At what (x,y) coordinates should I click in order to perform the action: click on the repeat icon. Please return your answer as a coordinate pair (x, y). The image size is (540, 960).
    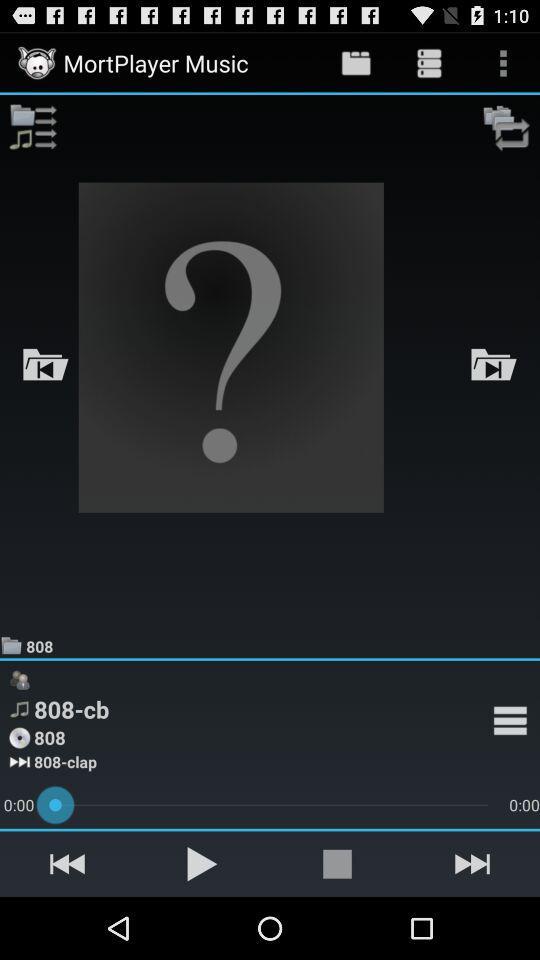
    Looking at the image, I should click on (507, 135).